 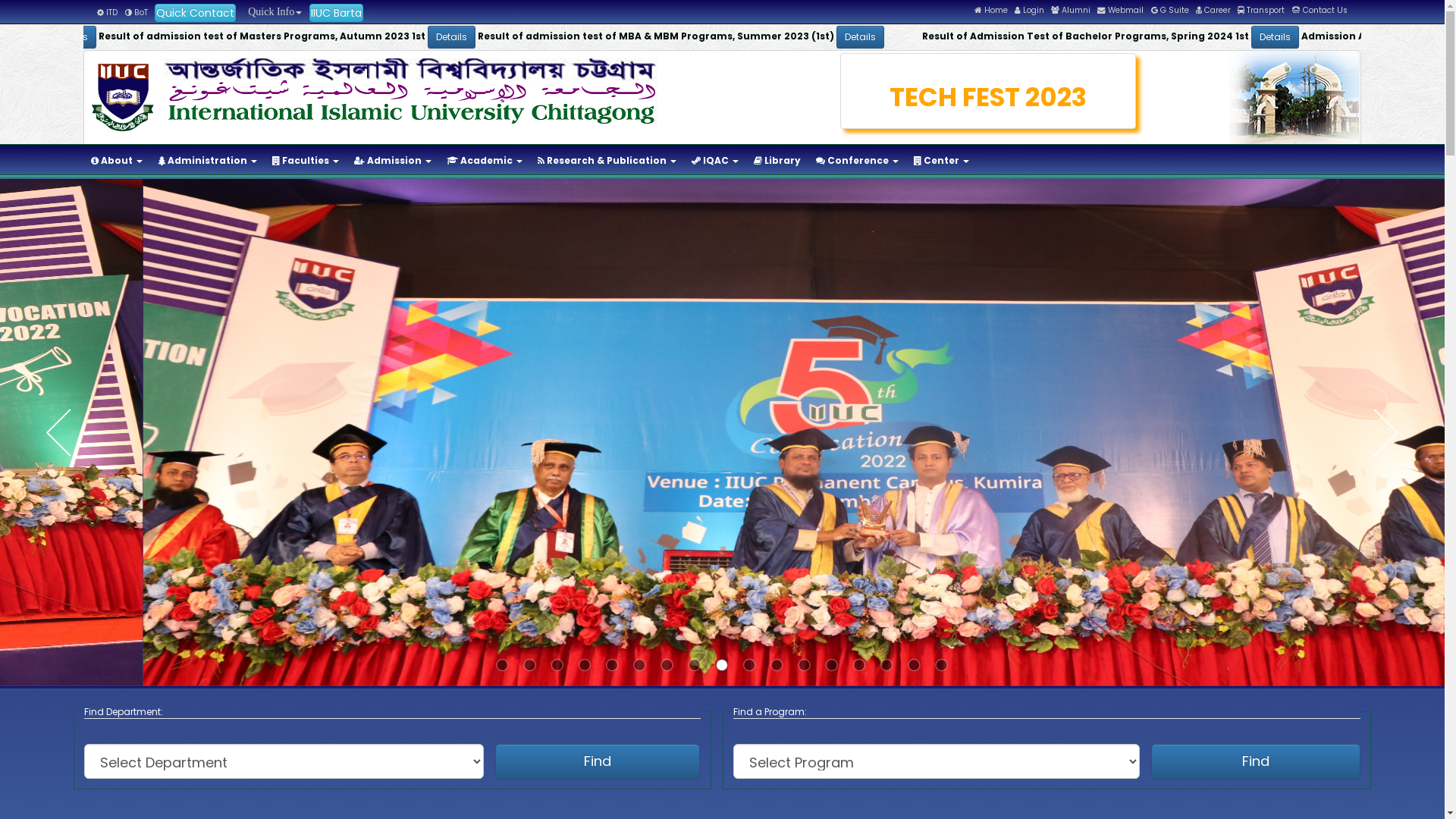 What do you see at coordinates (309, 12) in the screenshot?
I see `'IIUC Barta'` at bounding box center [309, 12].